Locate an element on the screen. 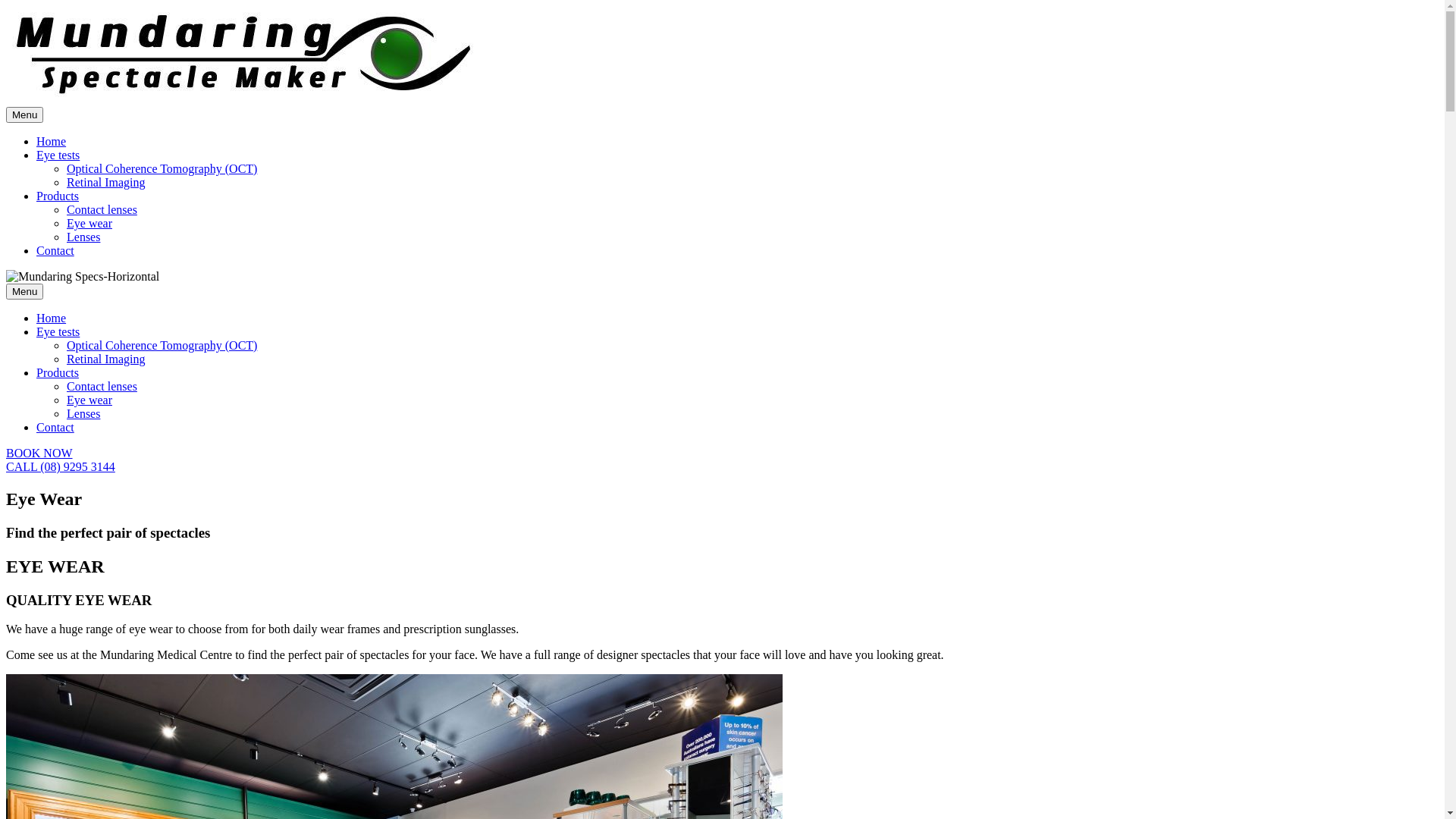 The height and width of the screenshot is (819, 1456). 'Contact' is located at coordinates (55, 427).